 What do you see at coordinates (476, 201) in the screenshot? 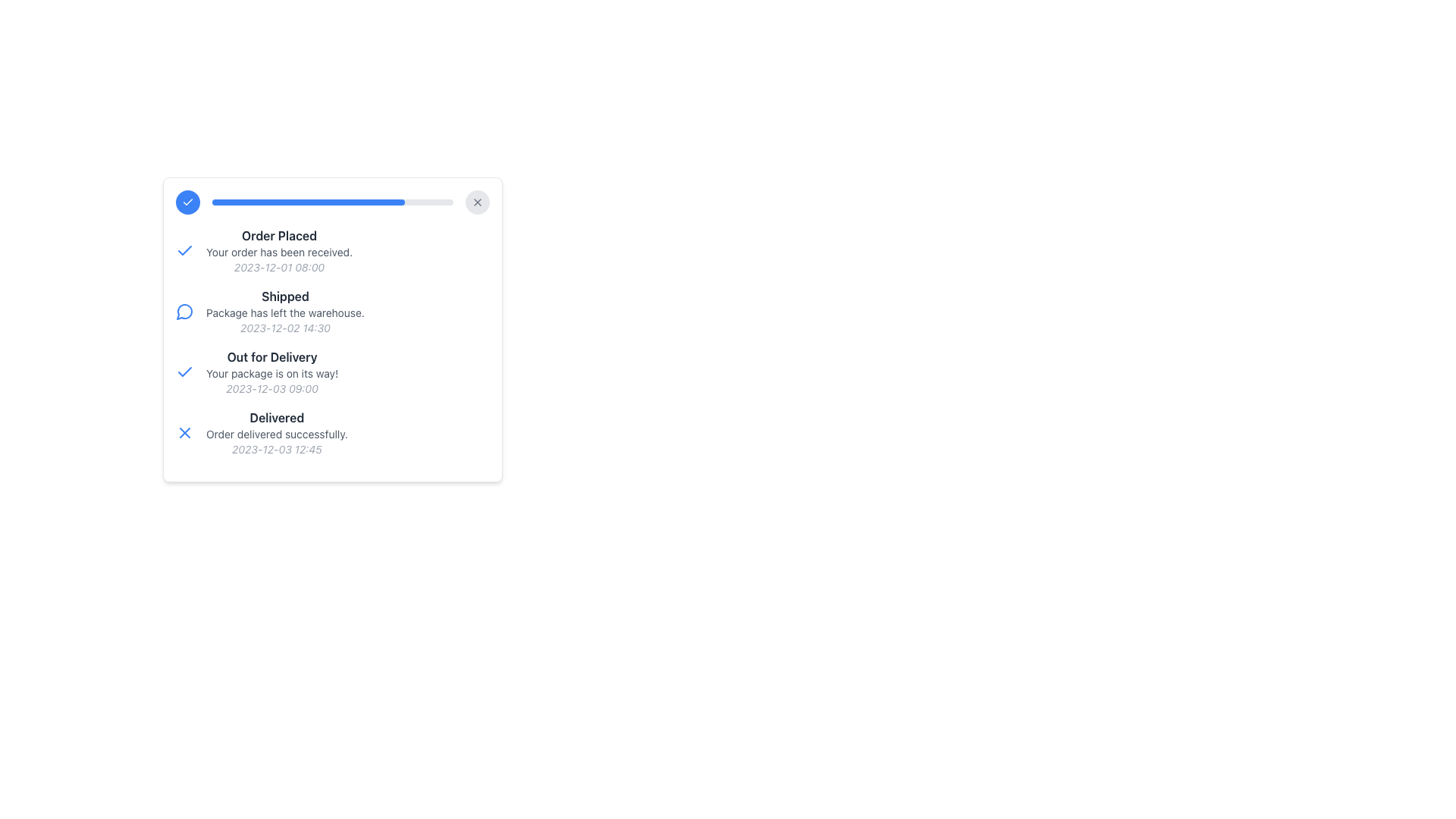
I see `the 'X' icon within the circular button located at the top-right corner of the card` at bounding box center [476, 201].